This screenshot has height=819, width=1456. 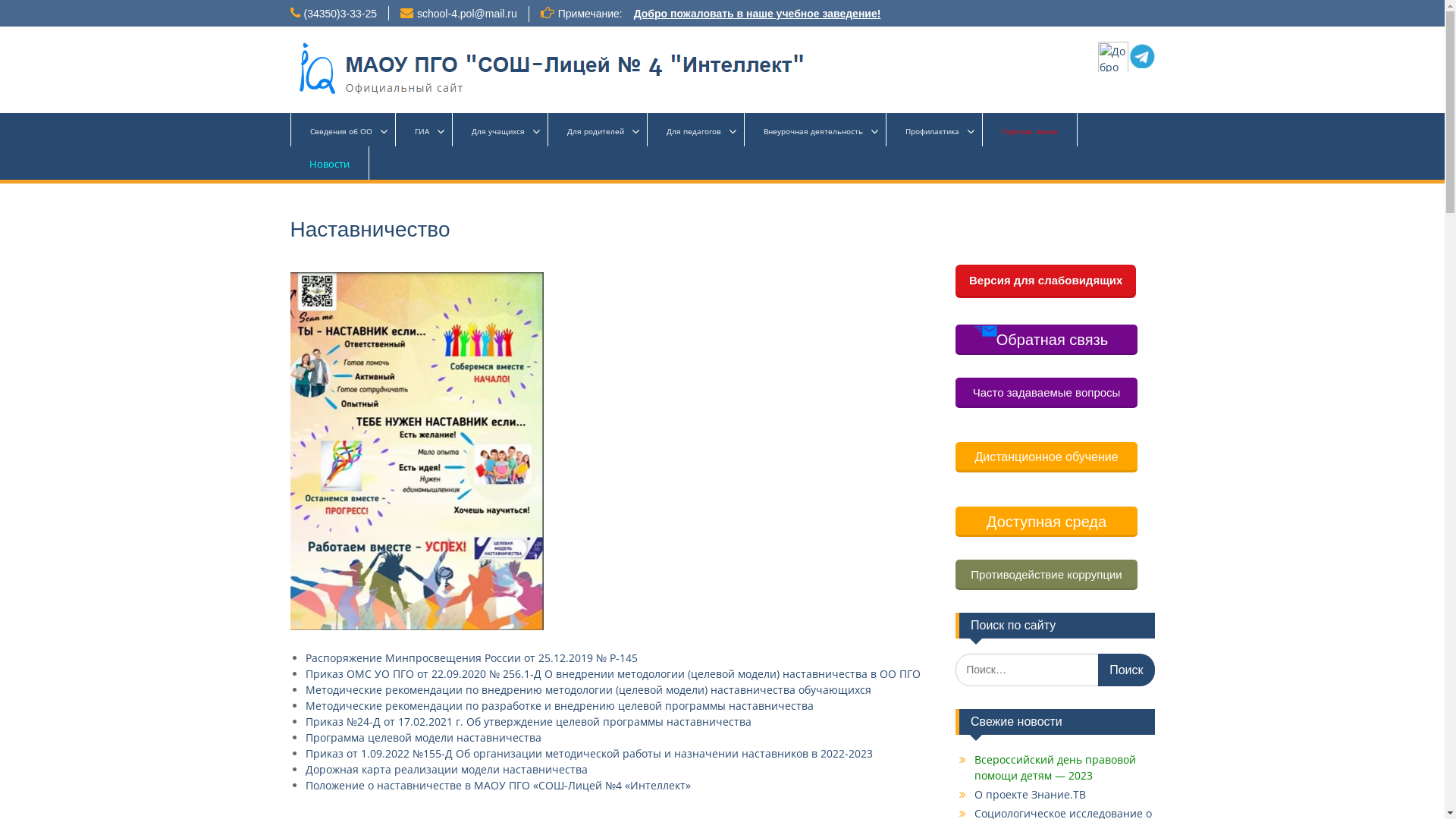 I want to click on '(34350)3-33-25', so click(x=339, y=14).